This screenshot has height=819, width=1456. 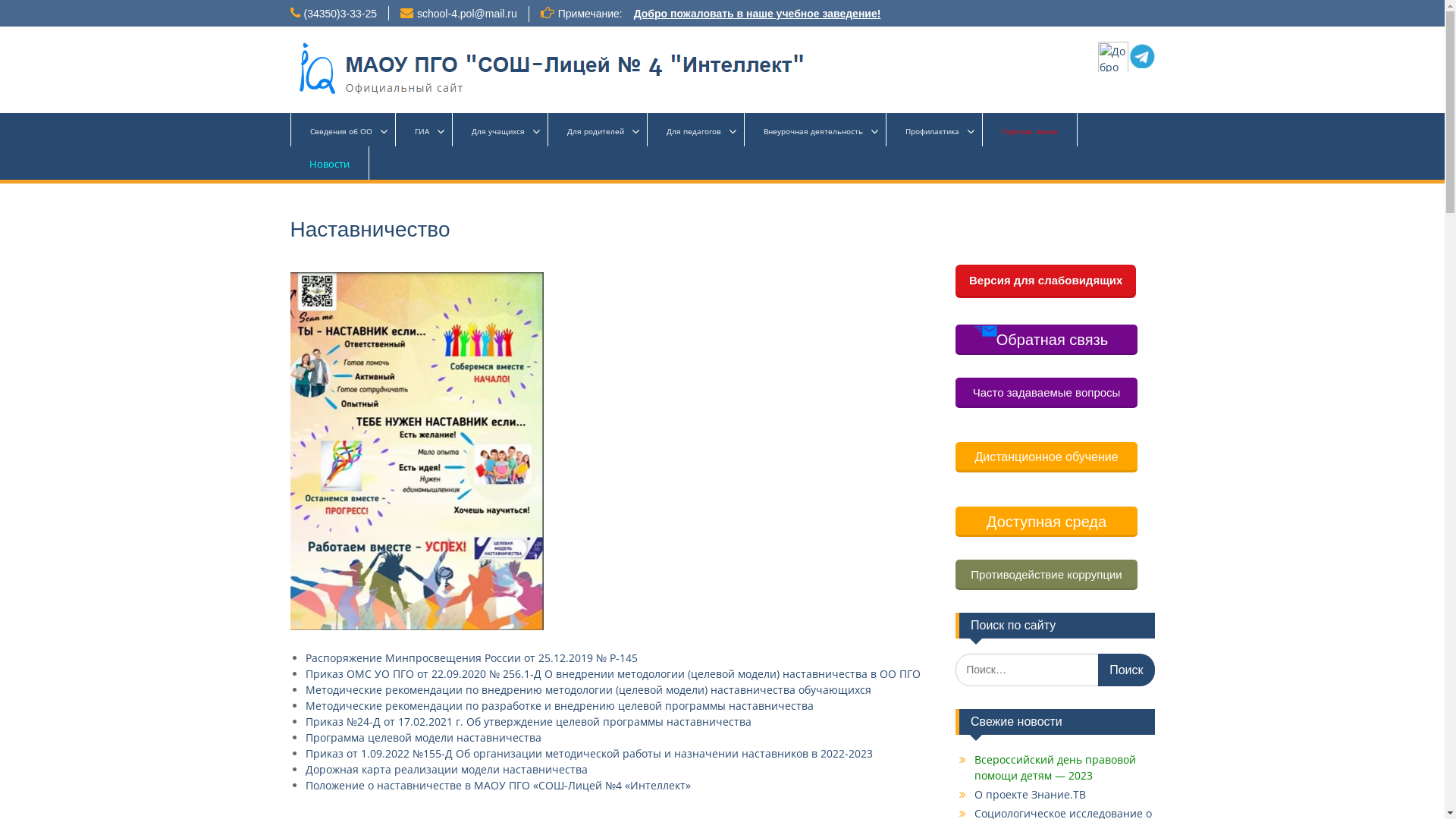 I want to click on '(34350)3-33-25', so click(x=339, y=14).